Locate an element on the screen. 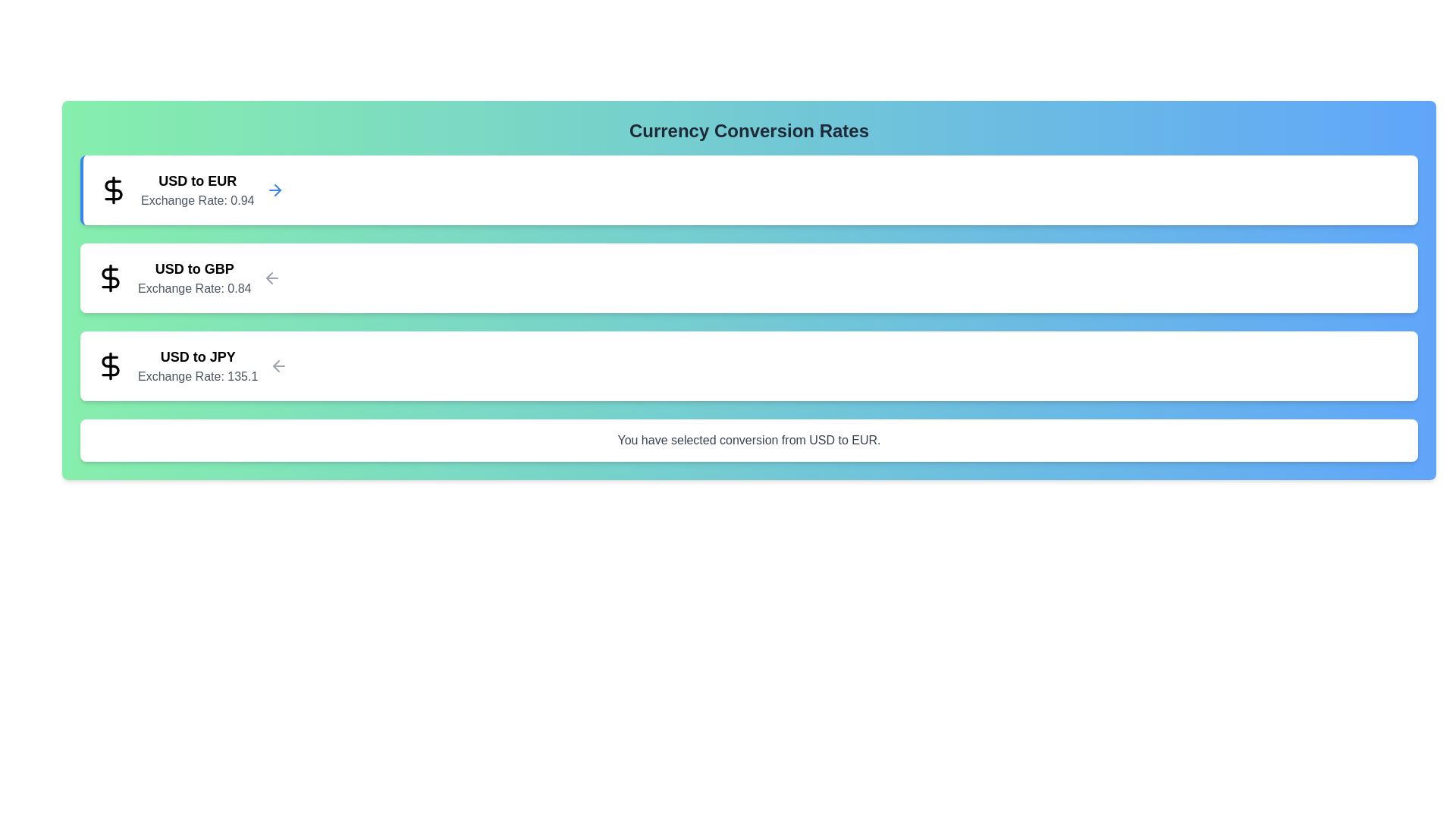 The width and height of the screenshot is (1456, 819). the navigational arrow icon located on the right side of the 'USD to EUR' list row to proceed or navigate is located at coordinates (278, 189).